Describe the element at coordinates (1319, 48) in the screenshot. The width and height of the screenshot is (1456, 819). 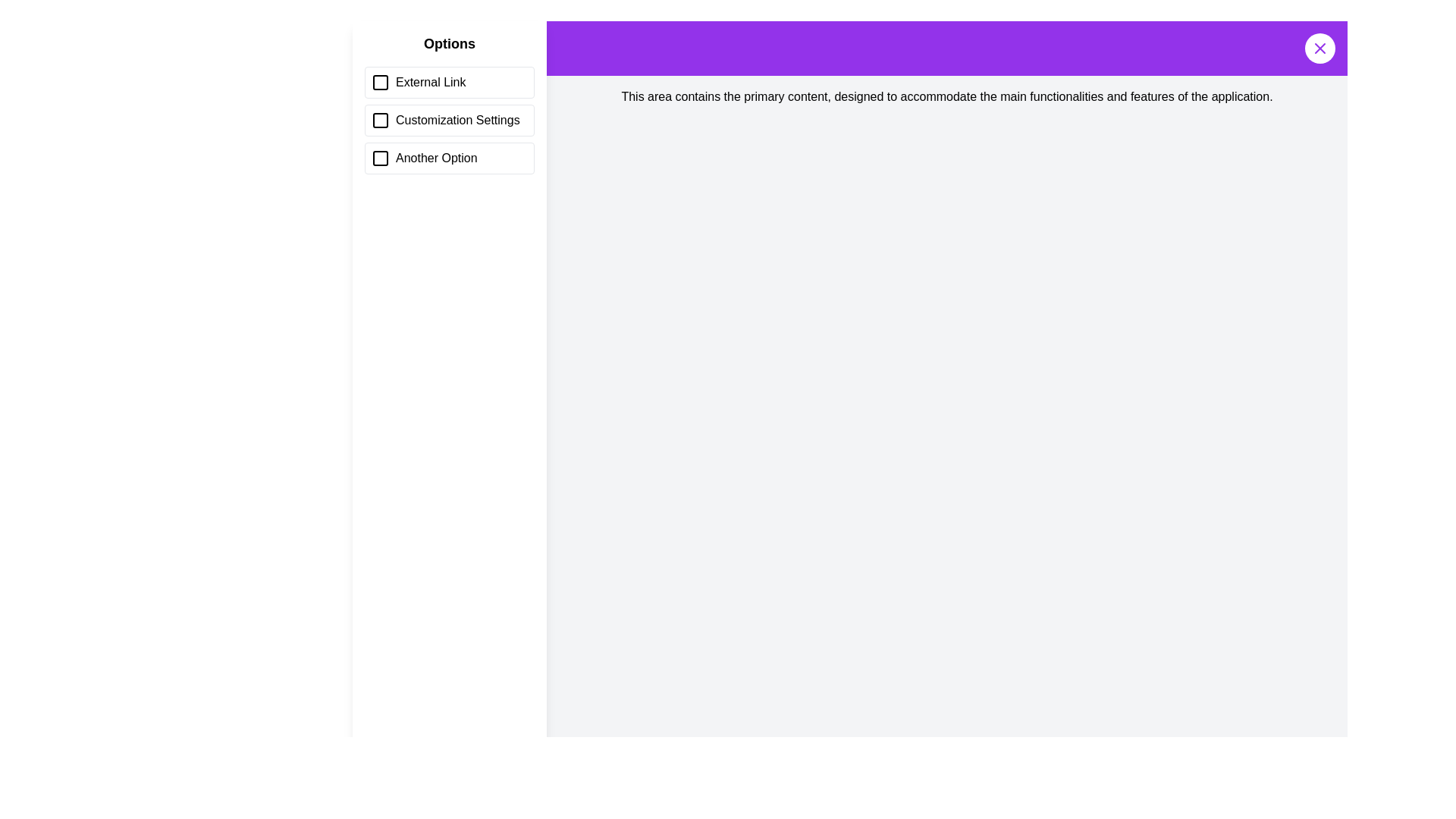
I see `the close button located in the top-right corner of the purple header bar titled 'Interactive Drawer'` at that location.